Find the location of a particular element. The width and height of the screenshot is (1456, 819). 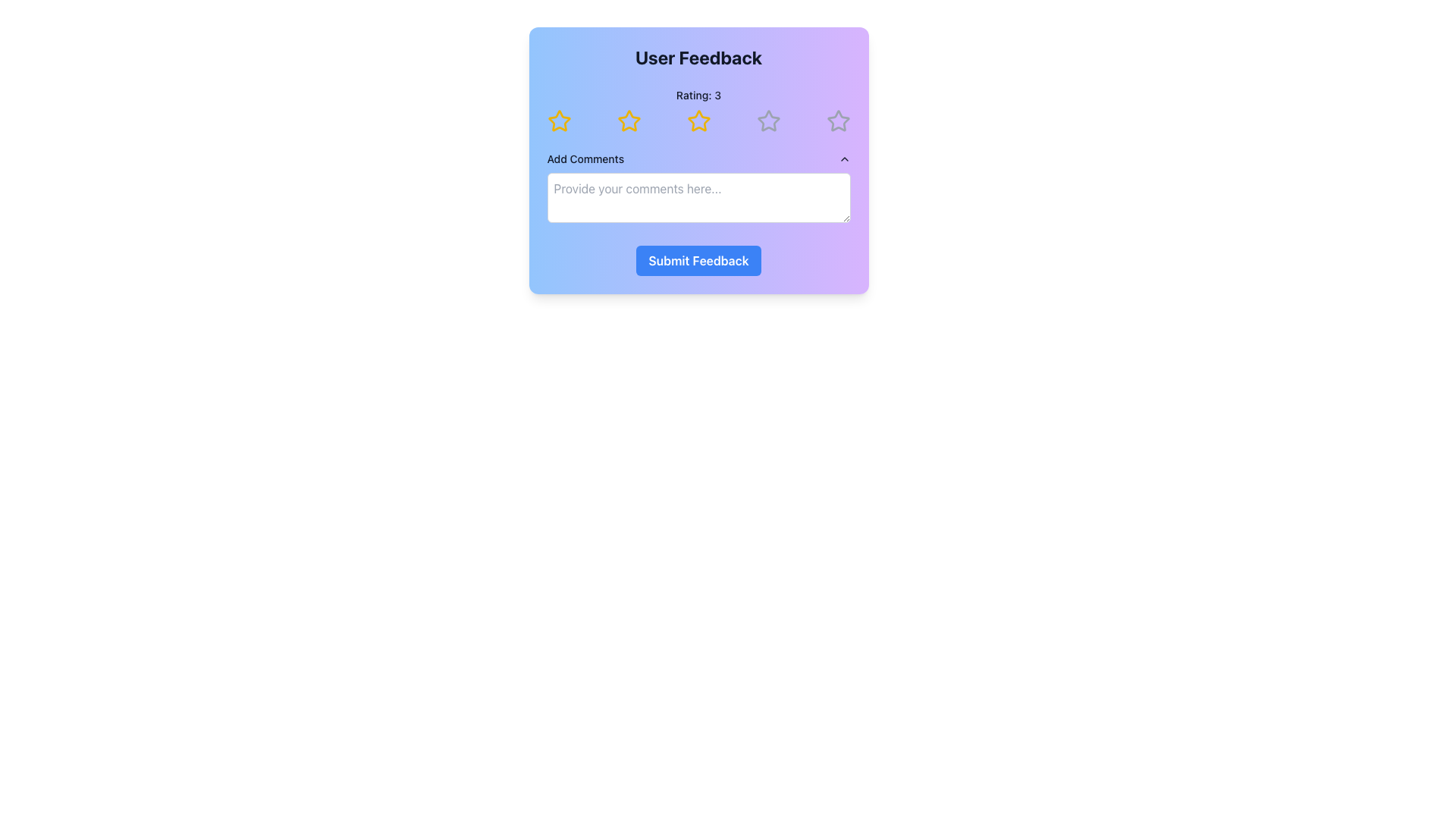

the 'Submit Feedback' button located at the bottom of the 'User Feedback' card, which is styled with a gradient background and positioned centrally is located at coordinates (698, 259).